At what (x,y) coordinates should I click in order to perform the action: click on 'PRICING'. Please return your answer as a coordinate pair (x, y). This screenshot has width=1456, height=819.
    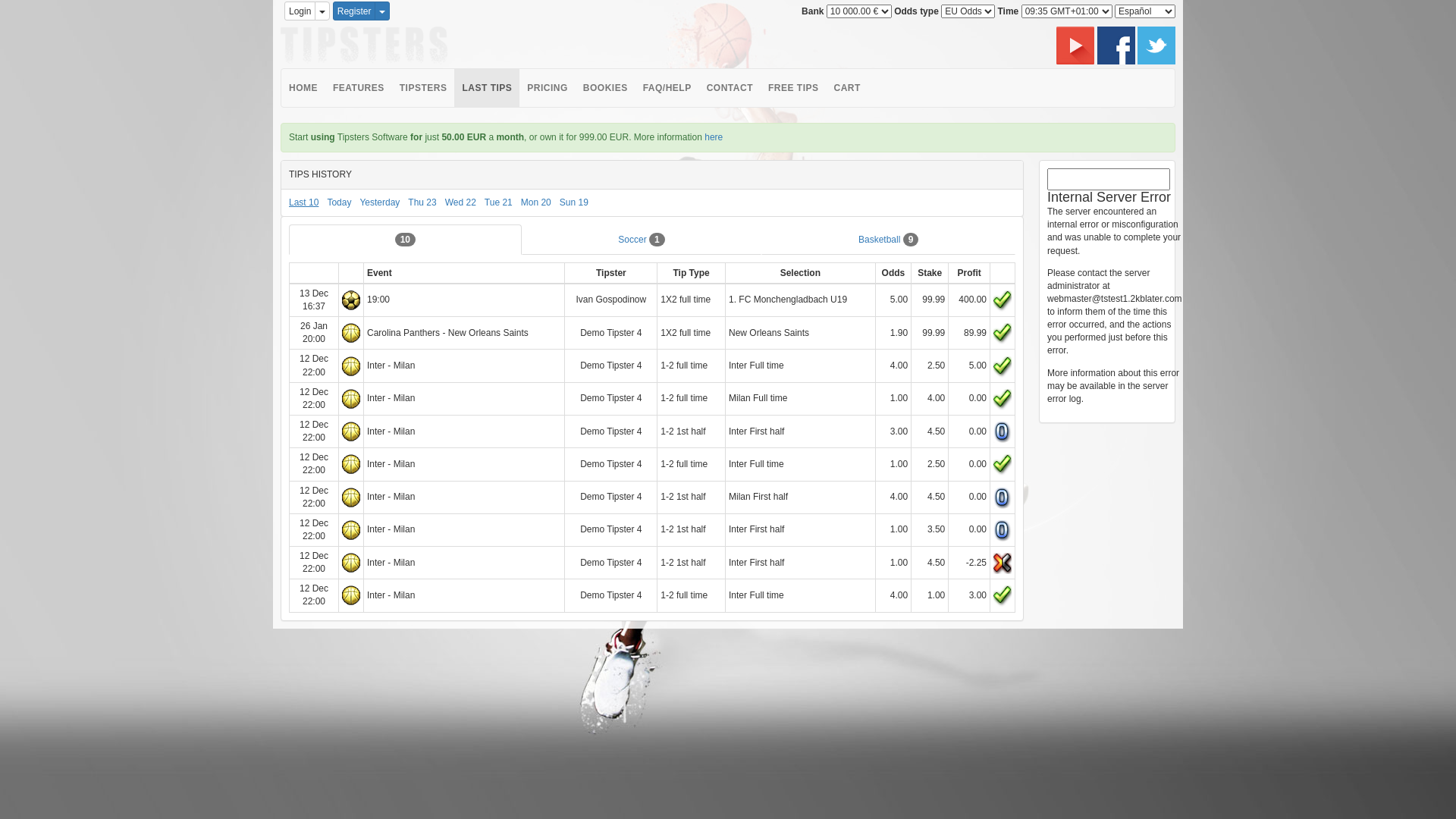
    Looking at the image, I should click on (546, 87).